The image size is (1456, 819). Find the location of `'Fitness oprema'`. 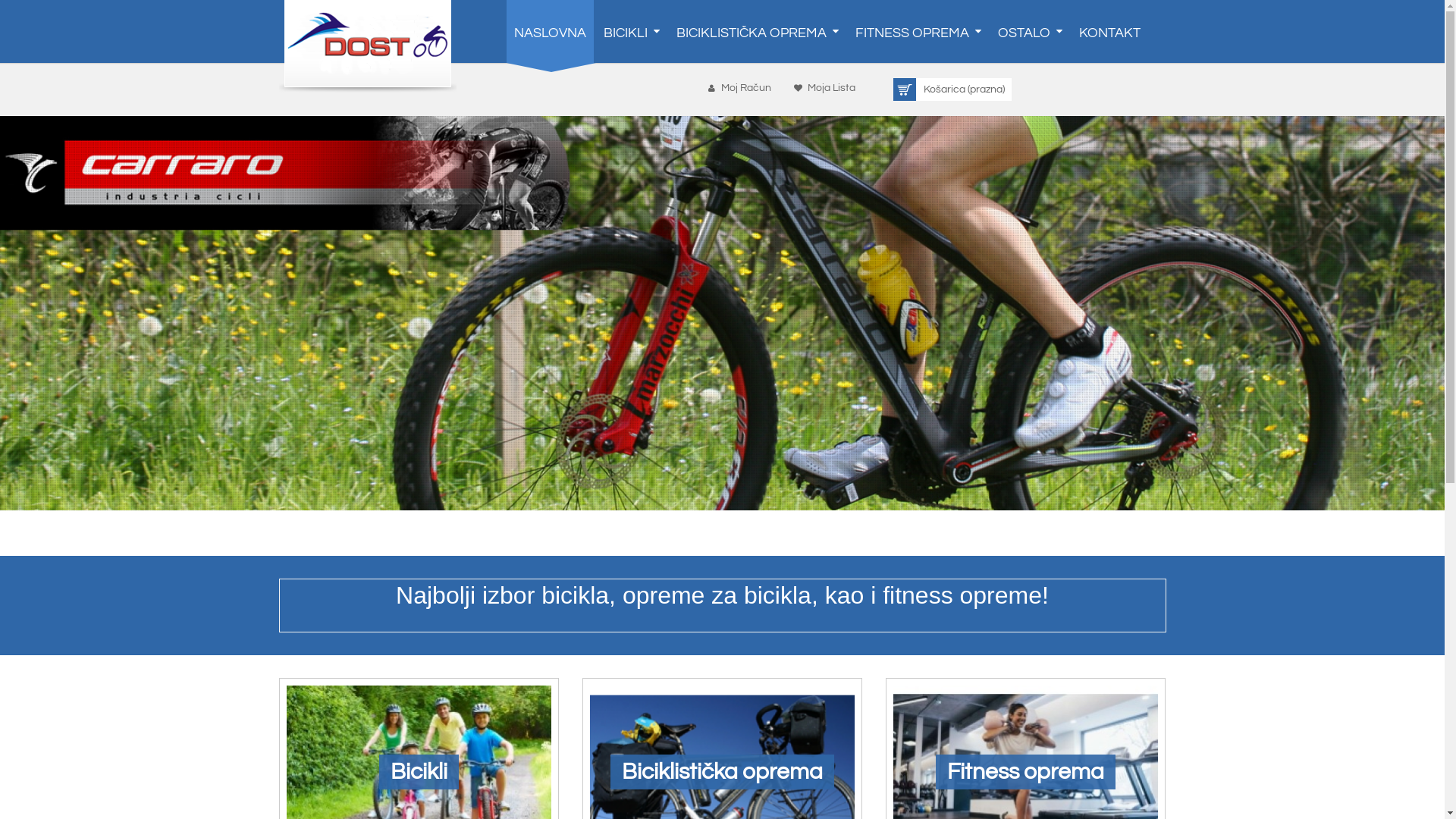

'Fitness oprema' is located at coordinates (1025, 772).